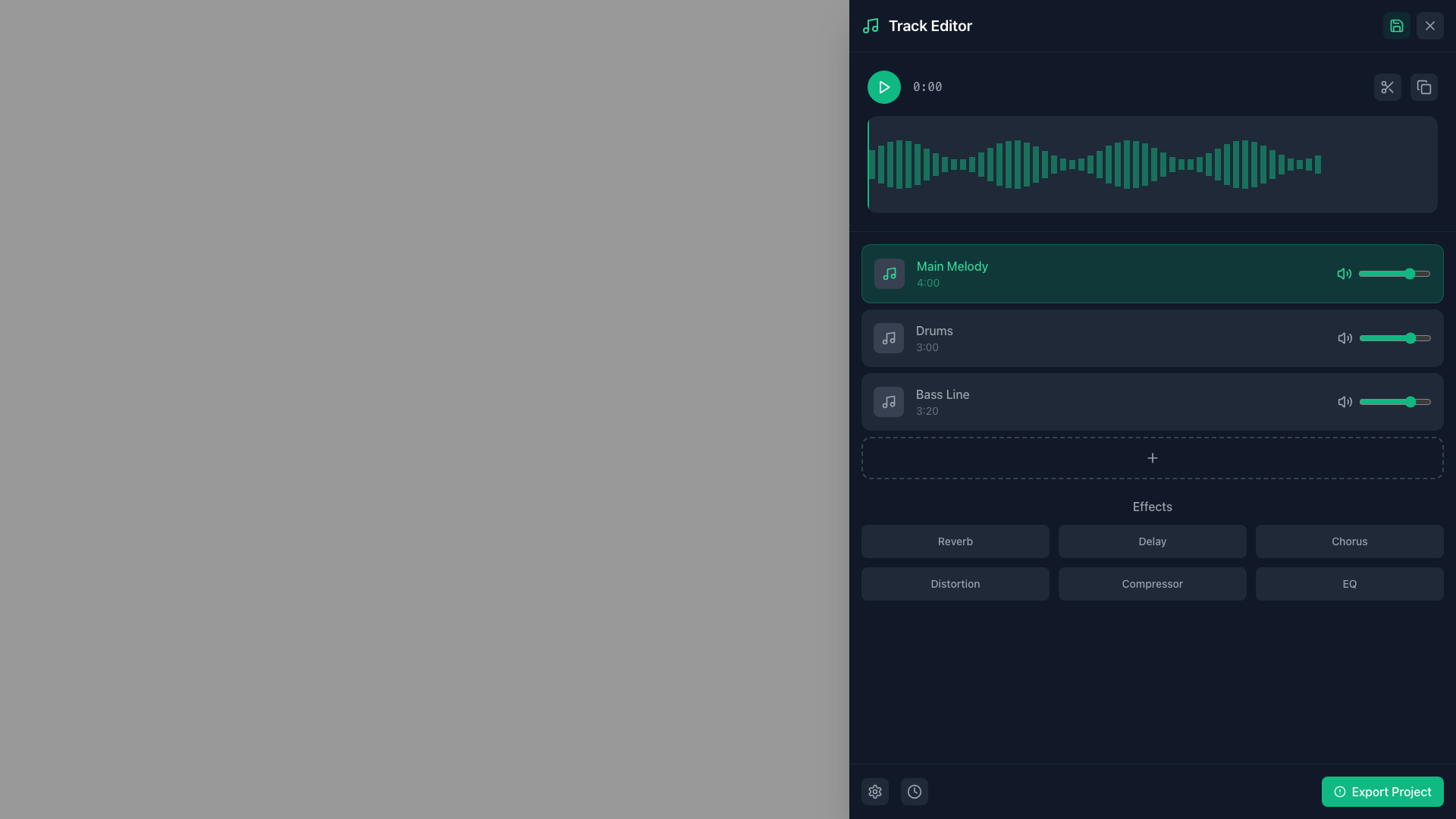 The height and width of the screenshot is (819, 1456). I want to click on the ninth graphical bar in the waveform or histogram visualization, so click(944, 164).